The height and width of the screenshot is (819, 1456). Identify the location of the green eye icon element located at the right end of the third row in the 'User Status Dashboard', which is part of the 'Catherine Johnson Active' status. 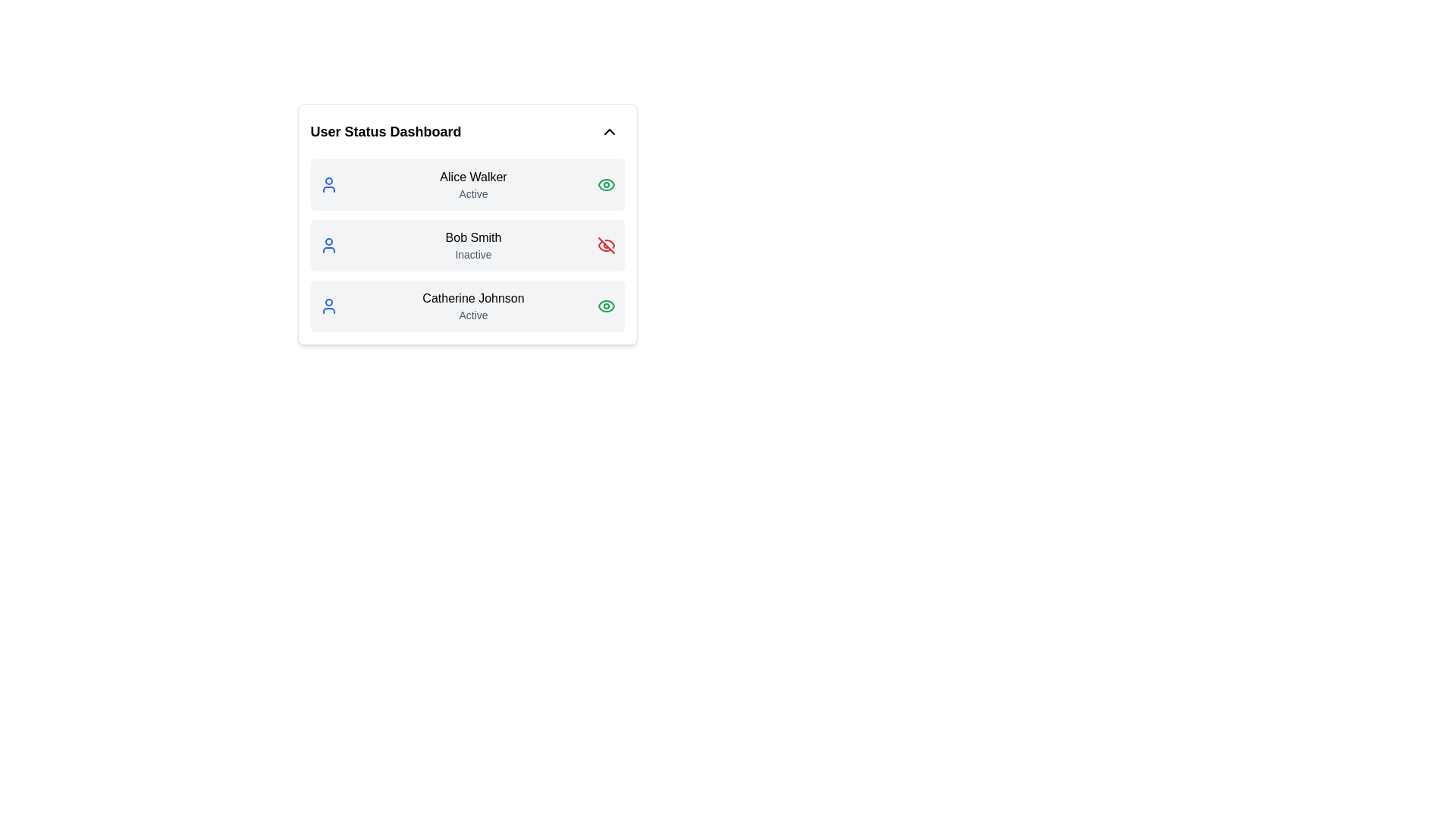
(605, 184).